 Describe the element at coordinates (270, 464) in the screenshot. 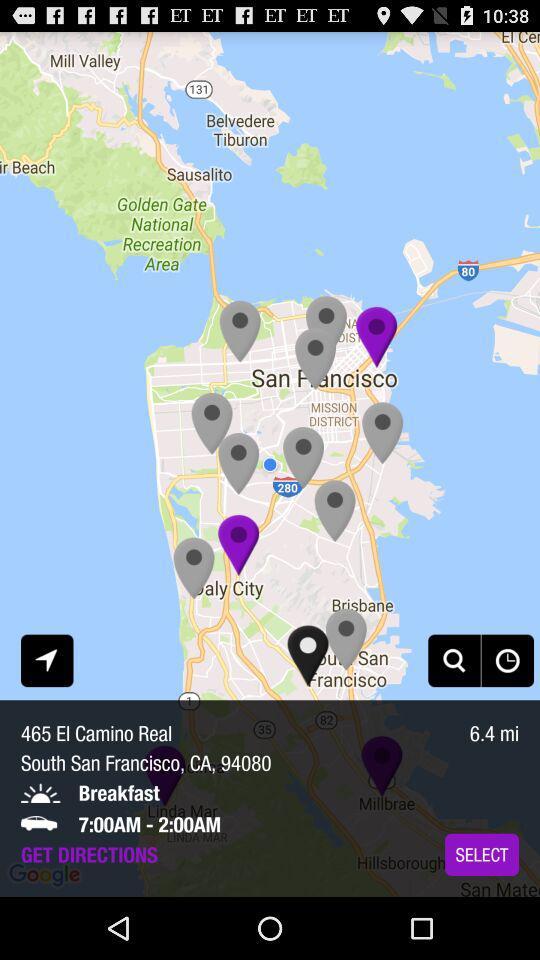

I see `icon at the center` at that location.